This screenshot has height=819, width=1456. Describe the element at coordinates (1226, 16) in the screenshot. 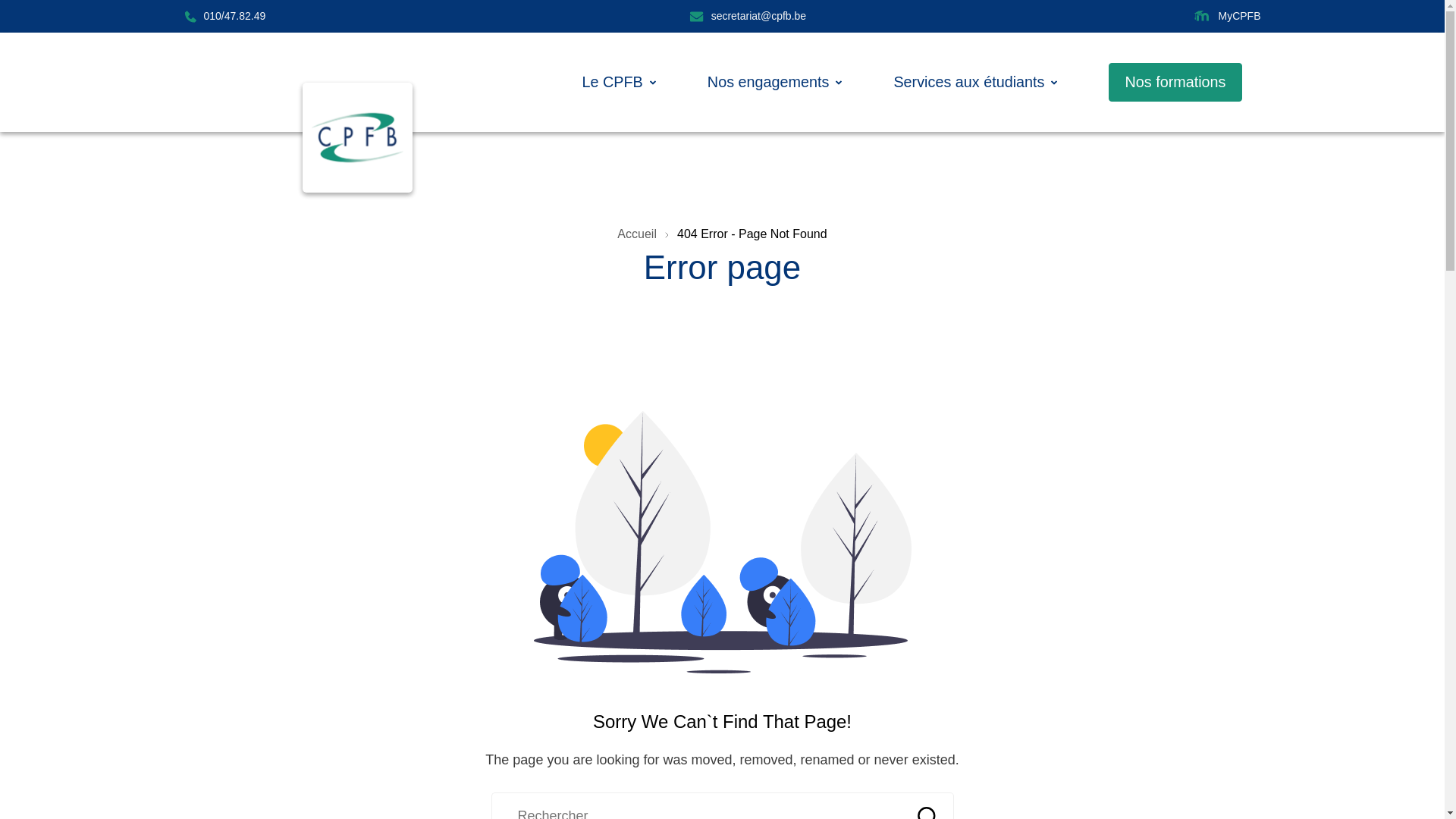

I see `'MyCPFB'` at that location.